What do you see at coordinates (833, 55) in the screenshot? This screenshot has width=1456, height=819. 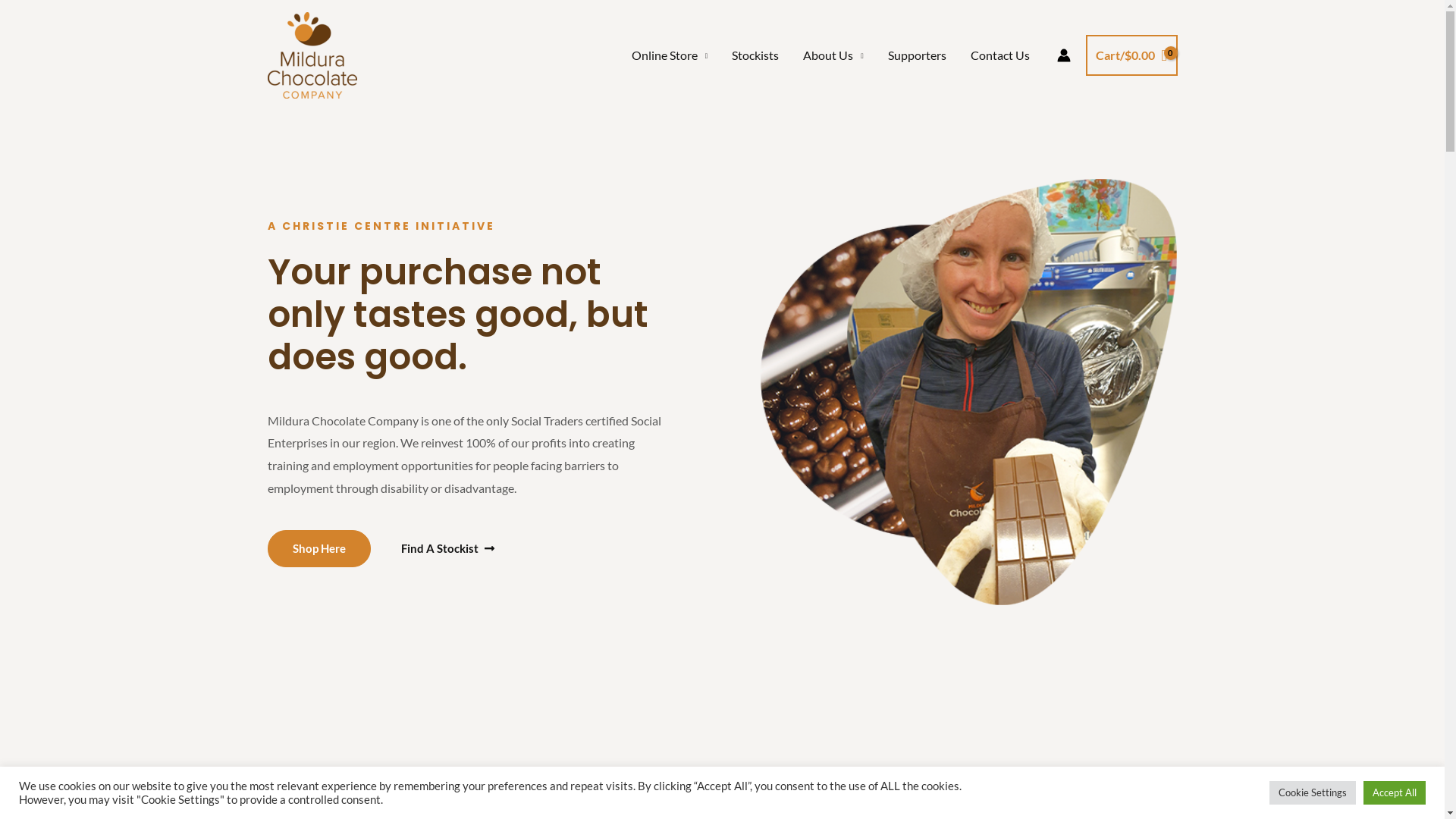 I see `'About Us'` at bounding box center [833, 55].